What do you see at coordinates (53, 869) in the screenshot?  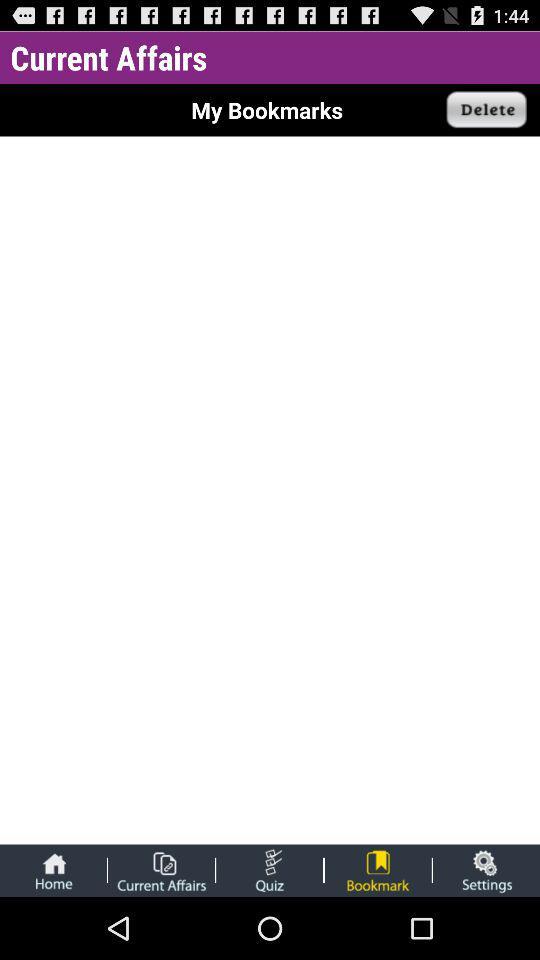 I see `home tab` at bounding box center [53, 869].